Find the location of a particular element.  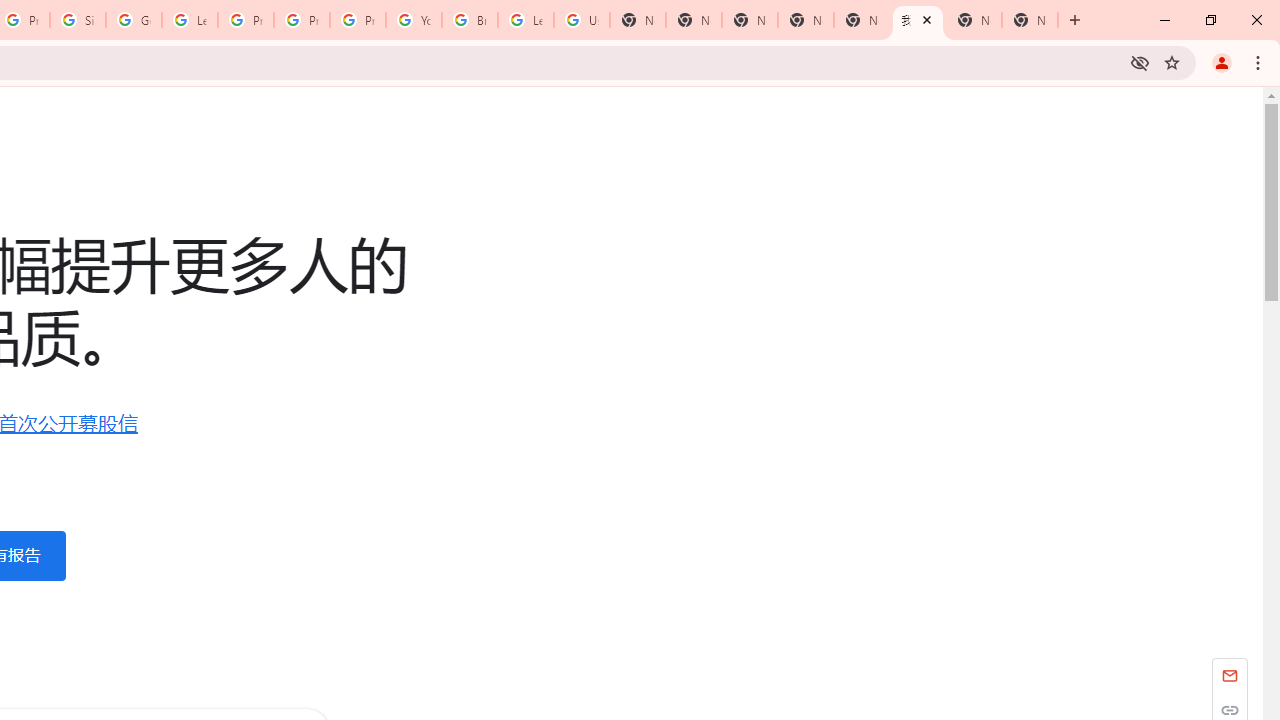

'Third-party cookies blocked' is located at coordinates (1139, 61).